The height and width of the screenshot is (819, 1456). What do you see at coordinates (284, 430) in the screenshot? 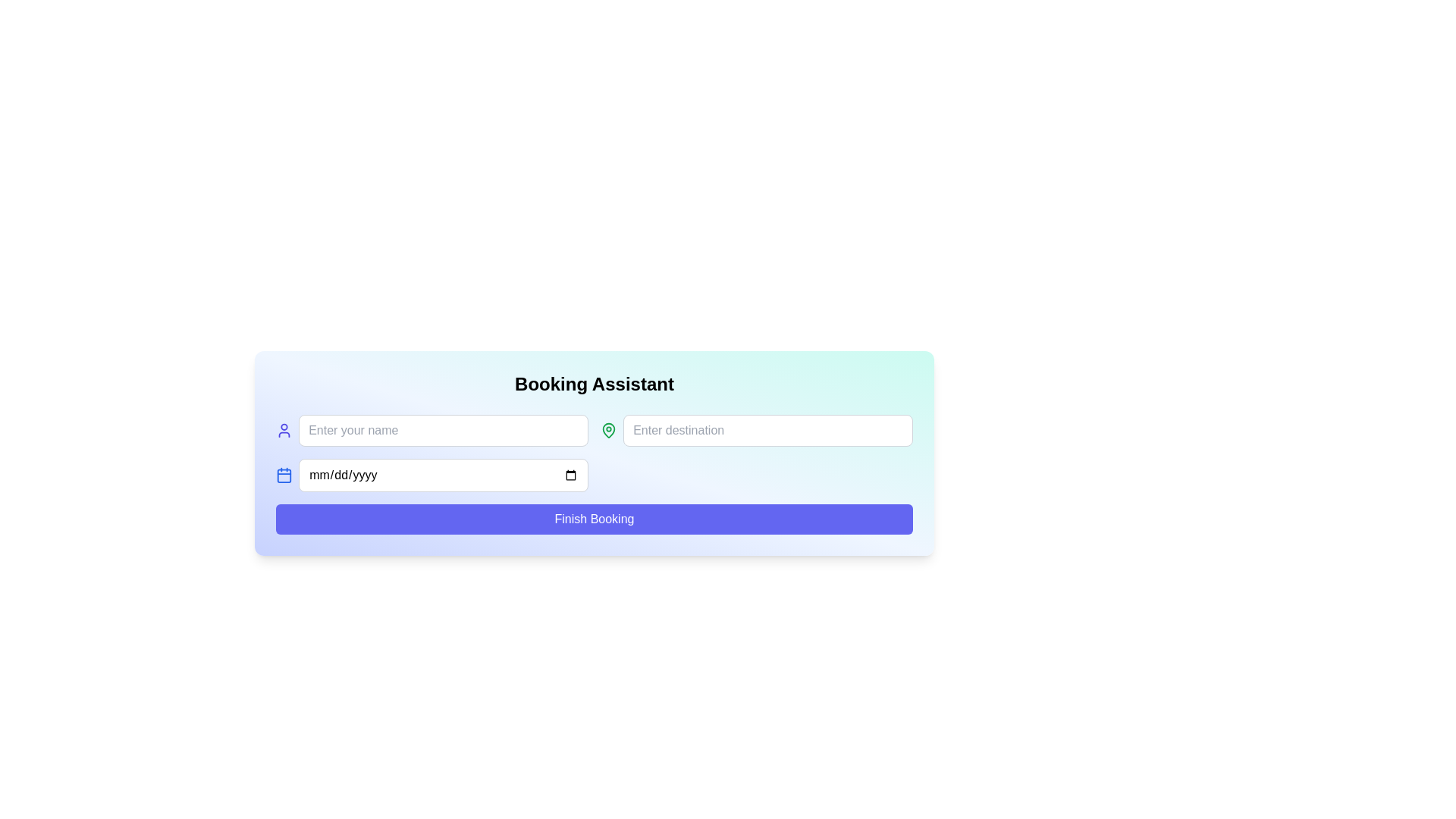
I see `the user icon located to the left side of the 'Enter your name' input box to enhance user interface clarity` at bounding box center [284, 430].